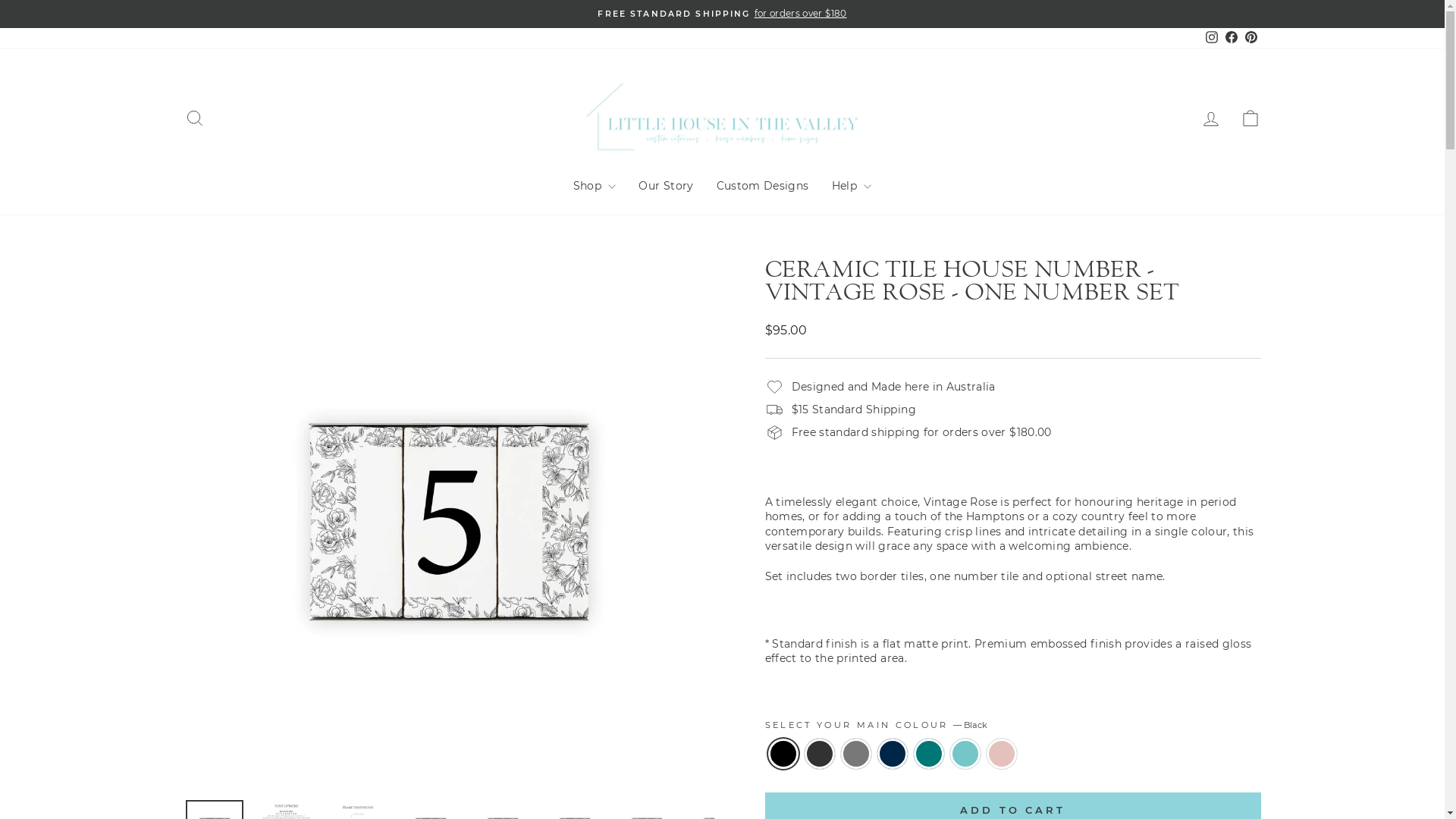  Describe the element at coordinates (1210, 118) in the screenshot. I see `'account` at that location.